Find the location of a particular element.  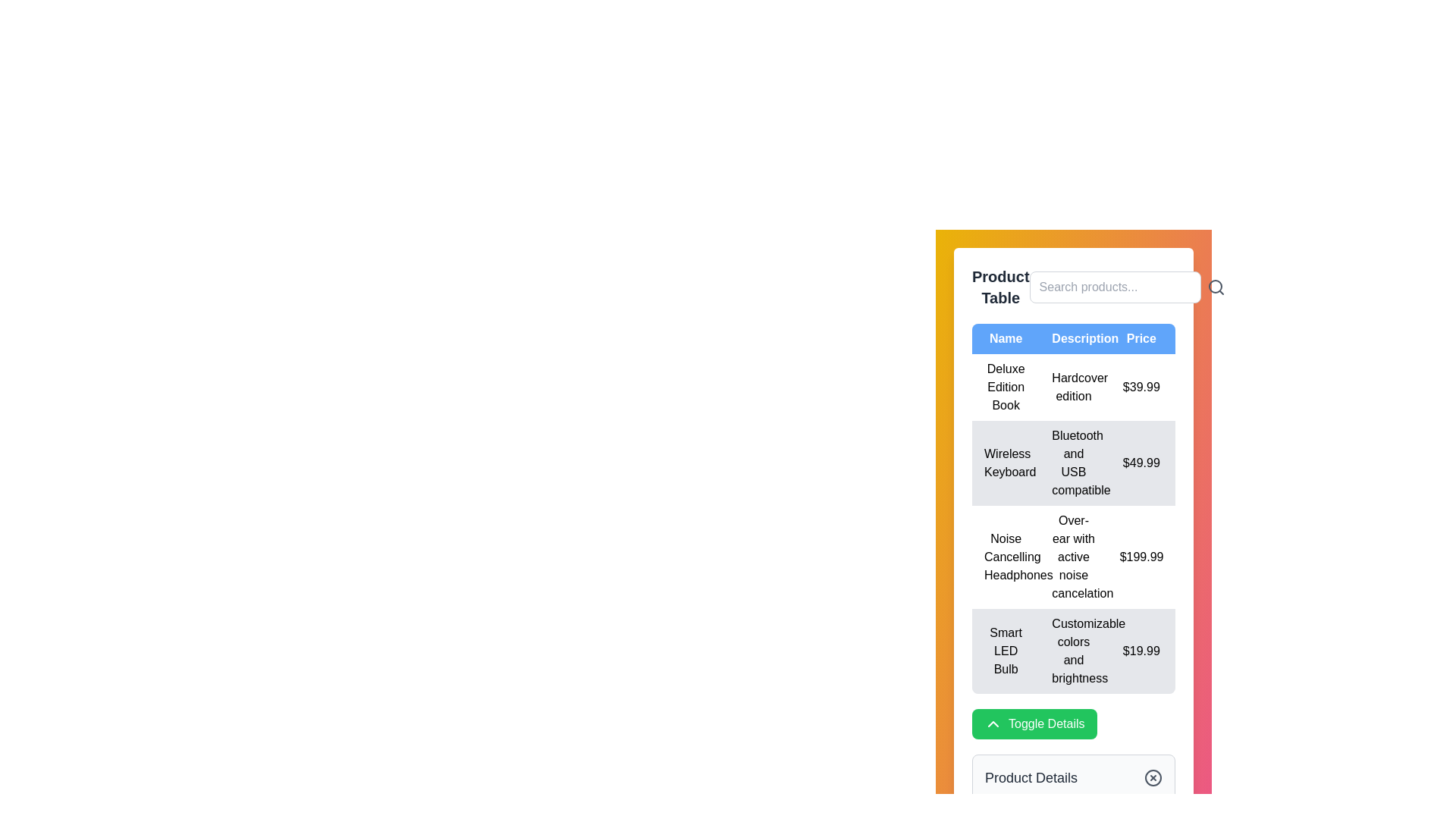

label that displays 'Product Table' in bold and enlarged dark gray font, located at the top-left area above the search bar is located at coordinates (1000, 287).